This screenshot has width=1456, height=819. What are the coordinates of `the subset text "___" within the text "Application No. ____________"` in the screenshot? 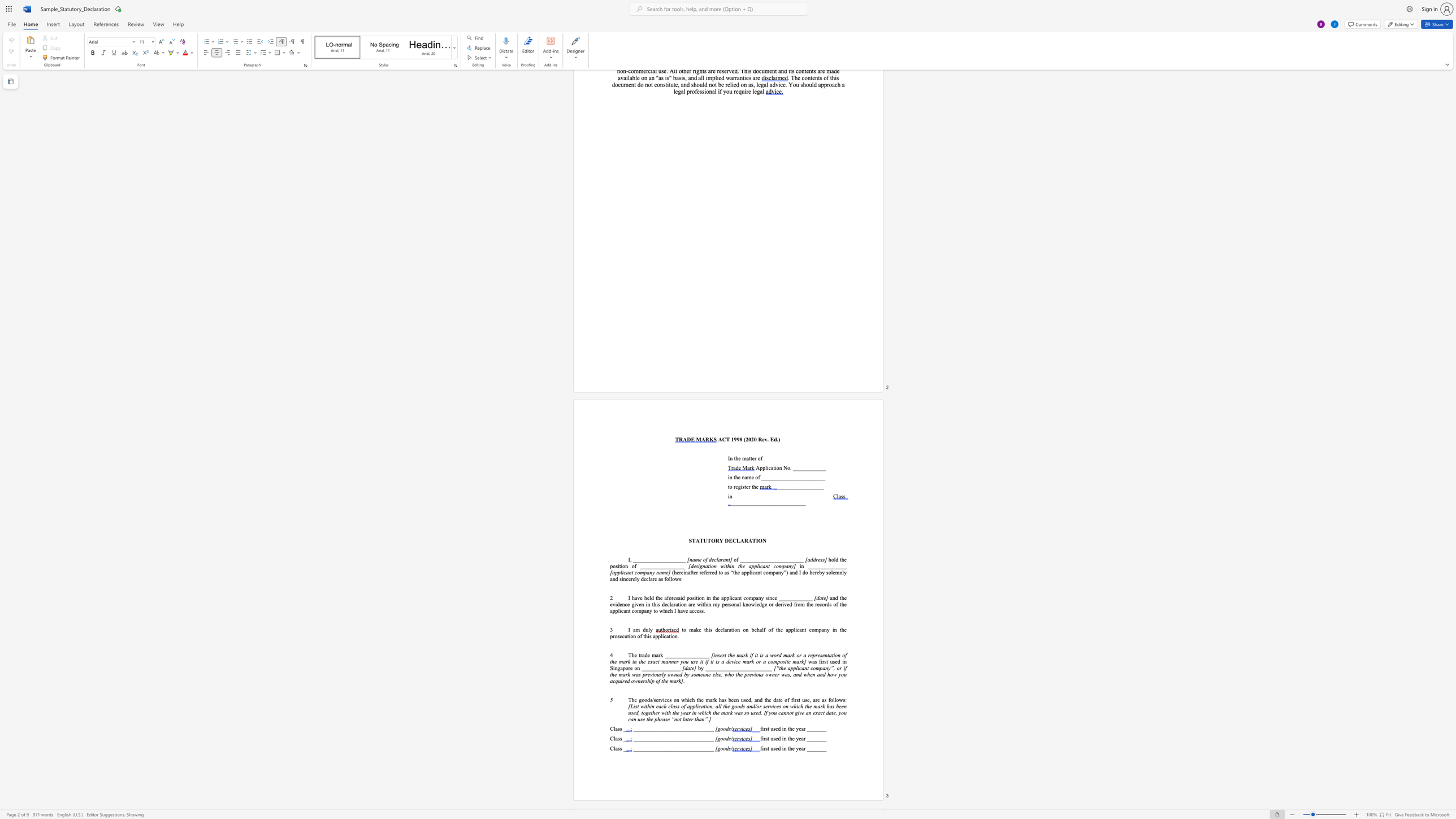 It's located at (818, 467).